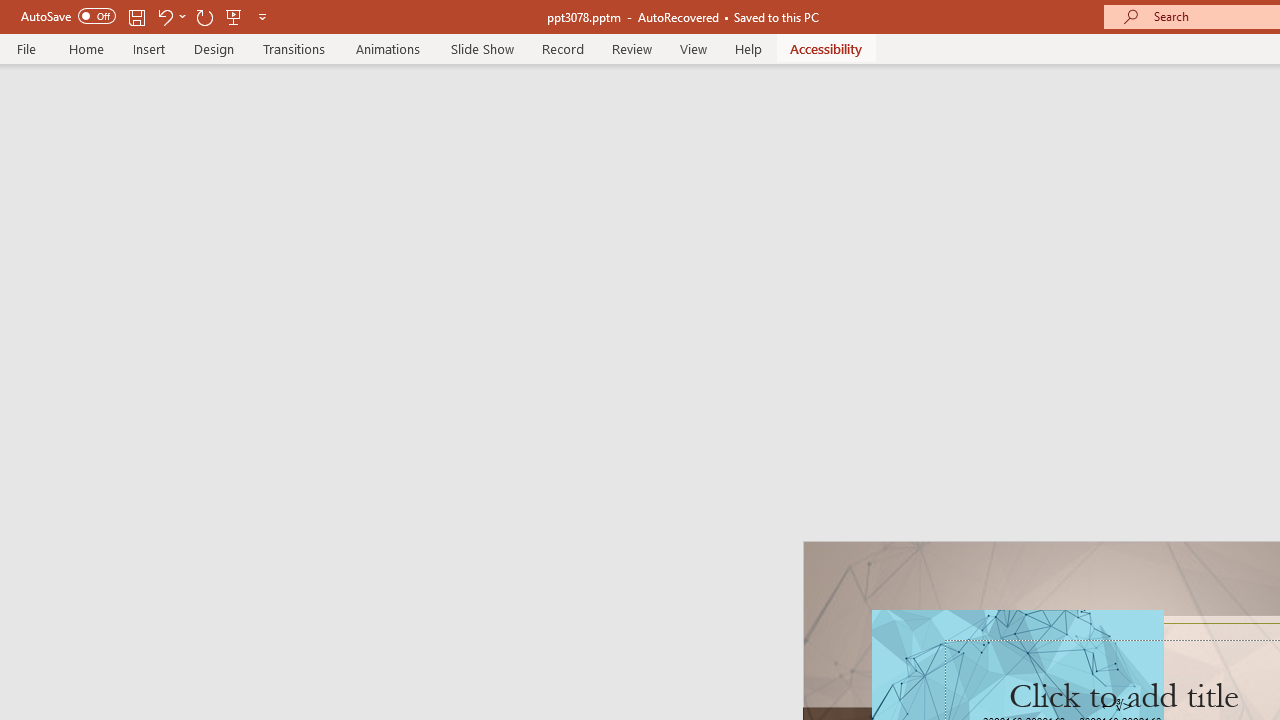 This screenshot has width=1280, height=720. What do you see at coordinates (747, 48) in the screenshot?
I see `'Help'` at bounding box center [747, 48].